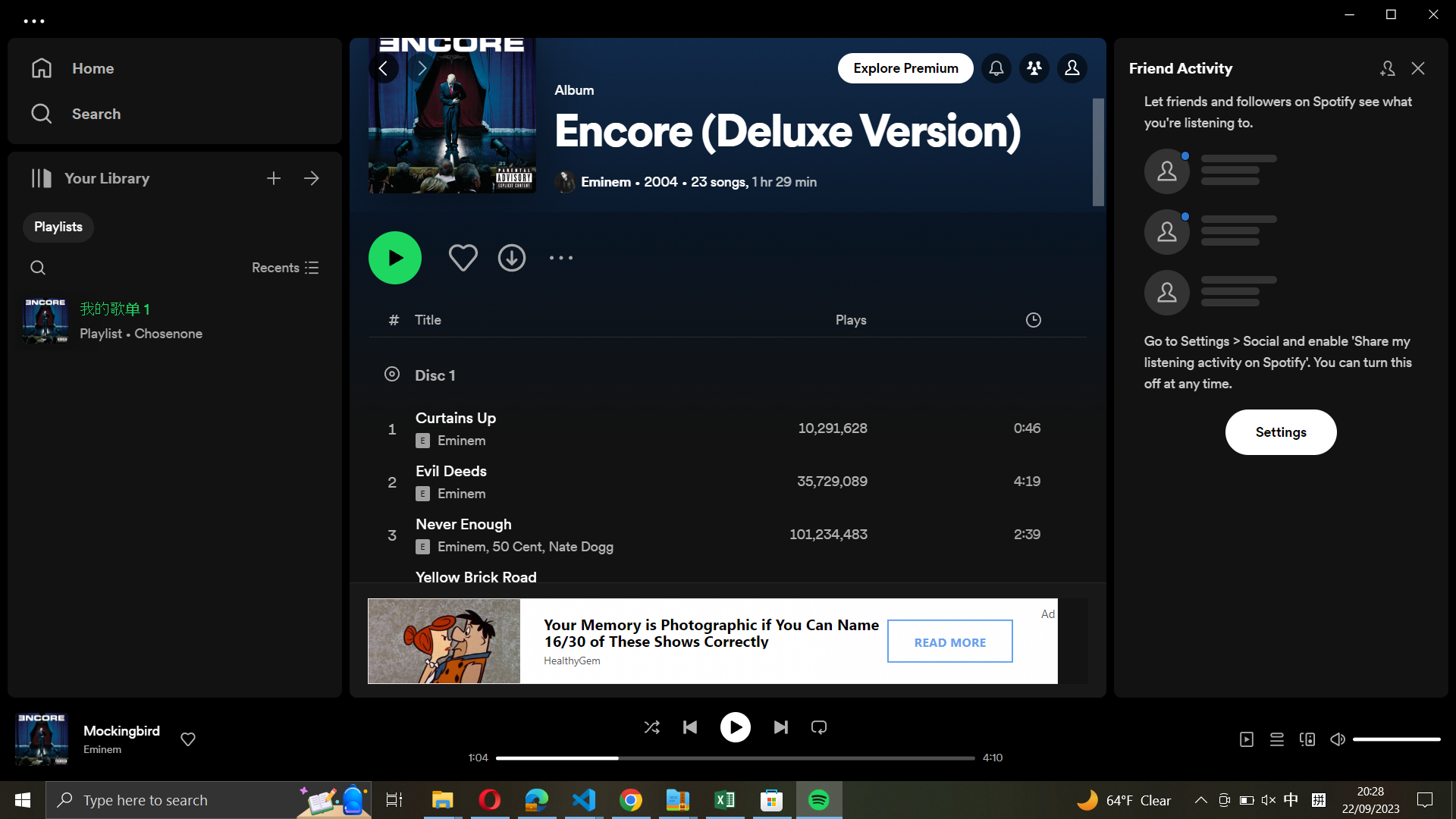 The width and height of the screenshot is (1456, 819). I want to click on Play the song Cutains Up, so click(724, 427).